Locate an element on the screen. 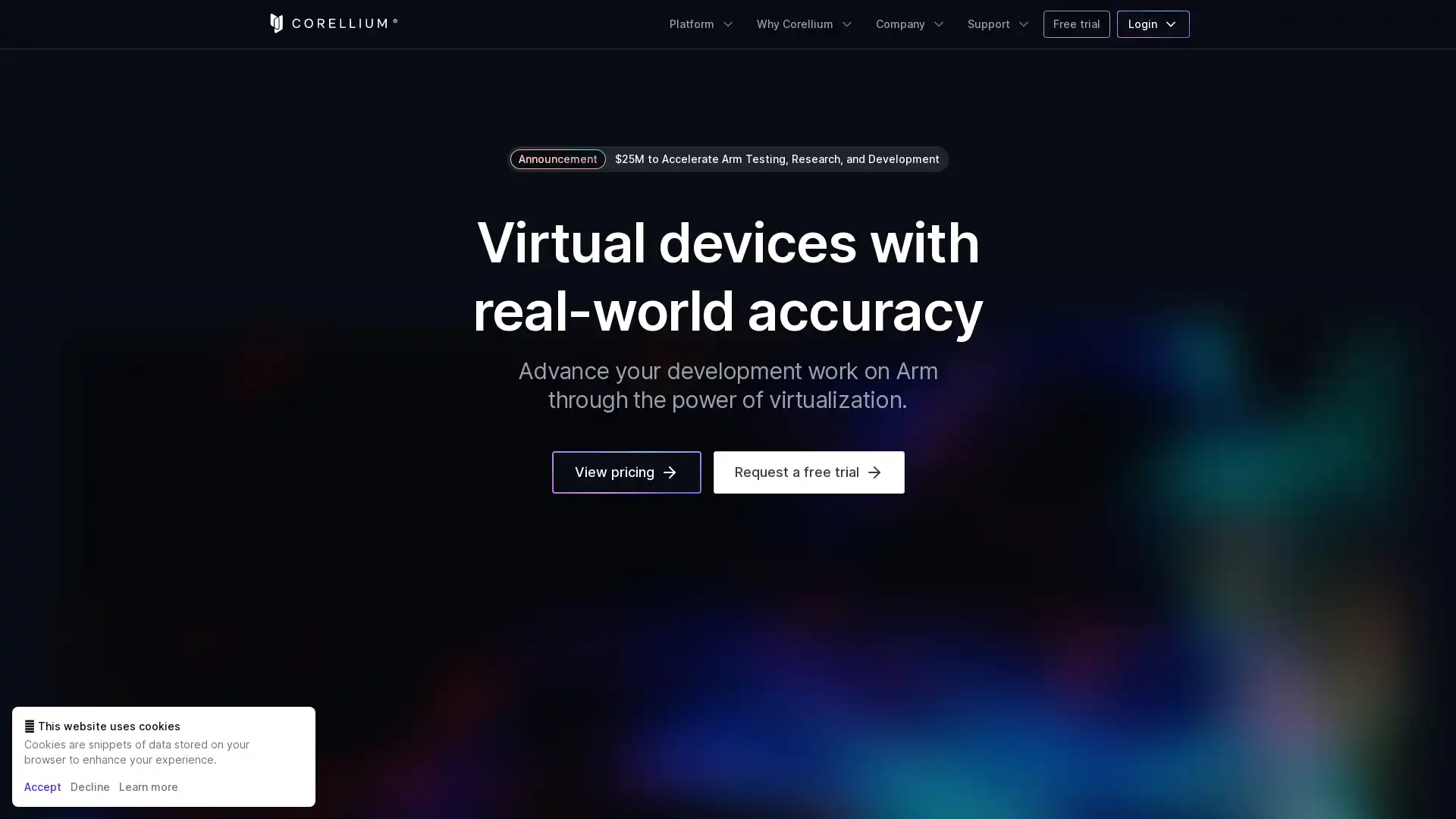 Image resolution: width=1456 pixels, height=819 pixels. Platform is located at coordinates (701, 24).